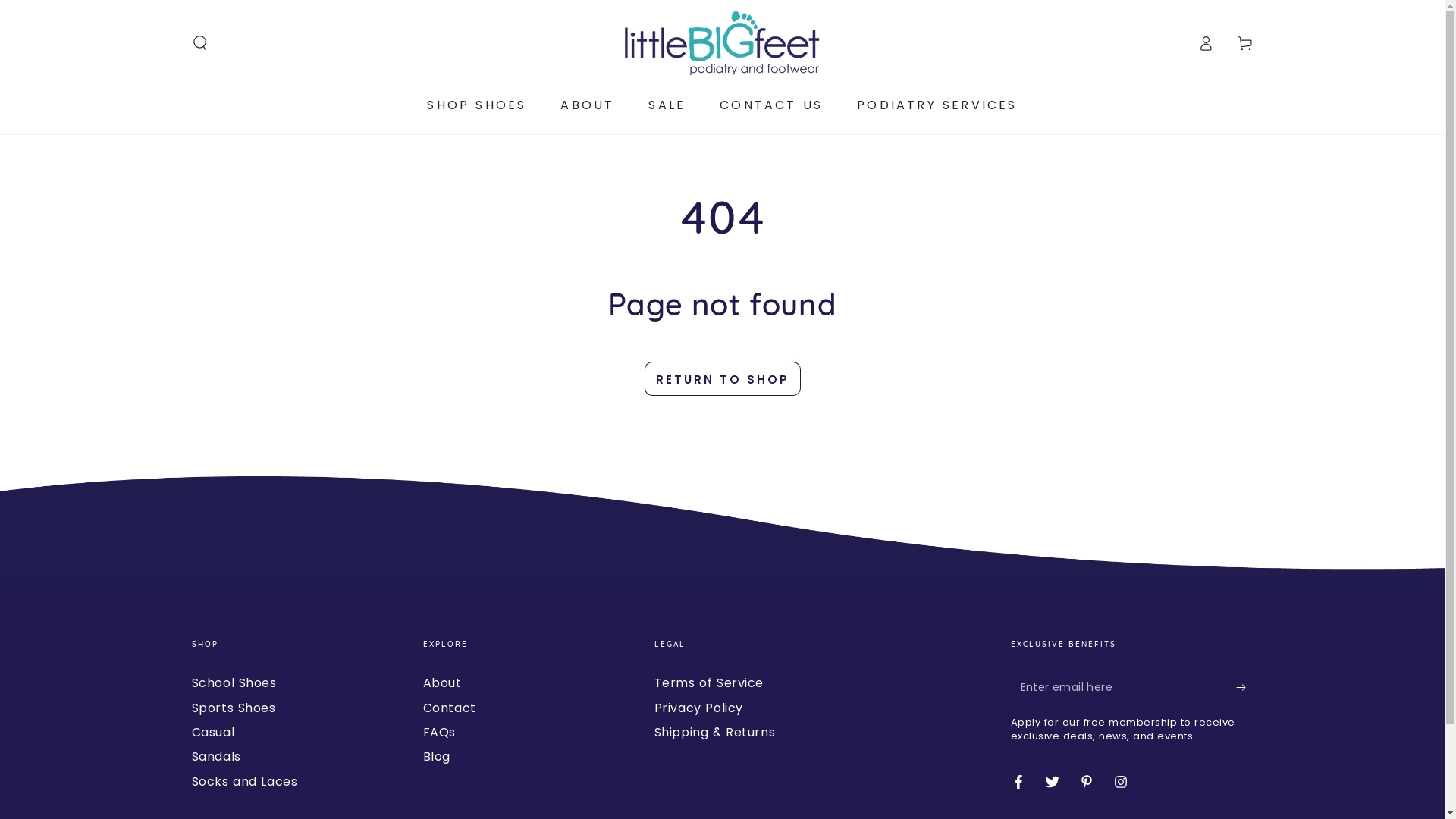 This screenshot has height=819, width=1456. Describe the element at coordinates (441, 682) in the screenshot. I see `'About'` at that location.